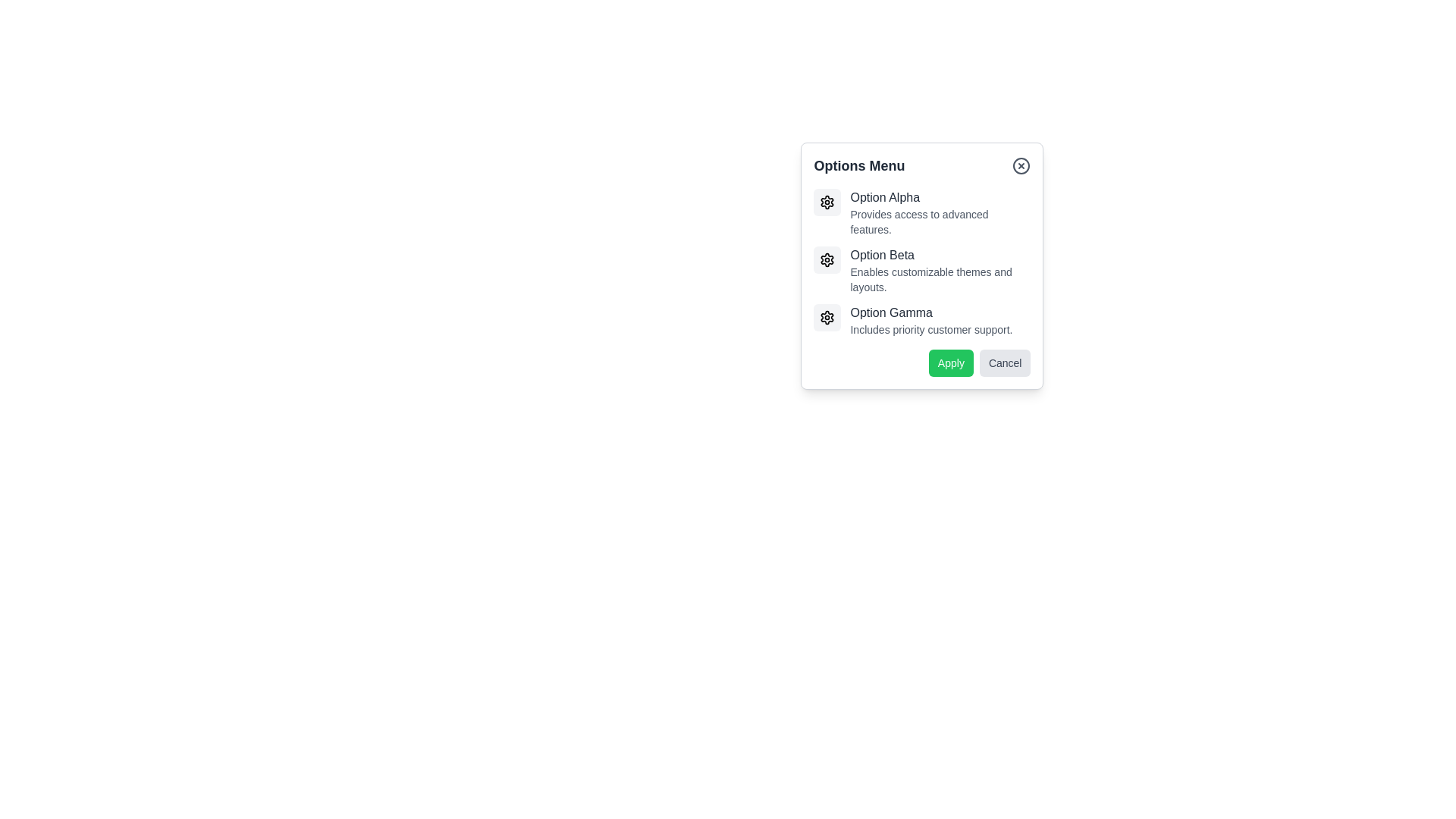 This screenshot has height=819, width=1456. What do you see at coordinates (827, 201) in the screenshot?
I see `the gear icon within the 'Option Alpha' section of the menu to understand the option better` at bounding box center [827, 201].